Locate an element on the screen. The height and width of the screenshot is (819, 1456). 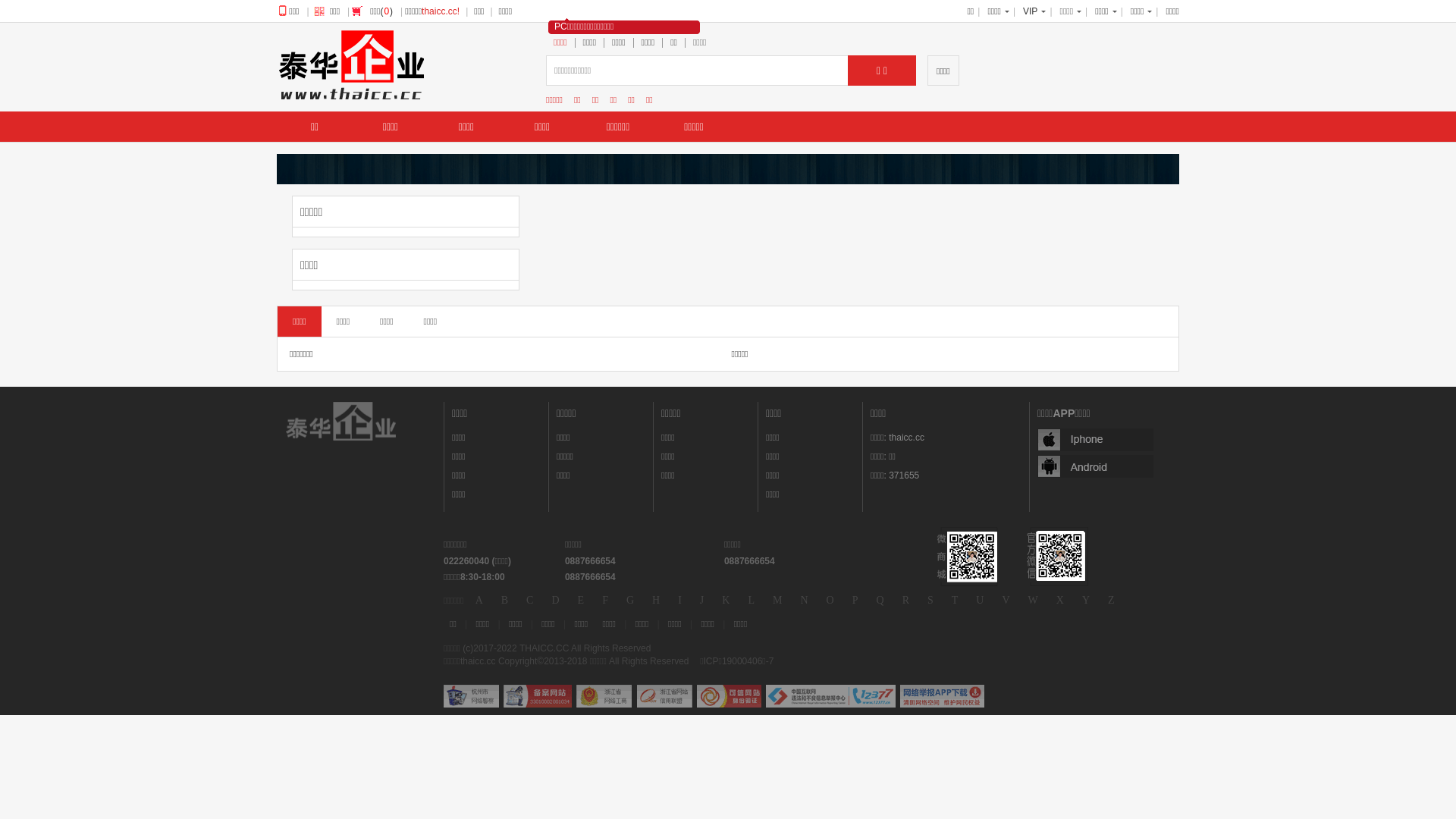
'X' is located at coordinates (1059, 599).